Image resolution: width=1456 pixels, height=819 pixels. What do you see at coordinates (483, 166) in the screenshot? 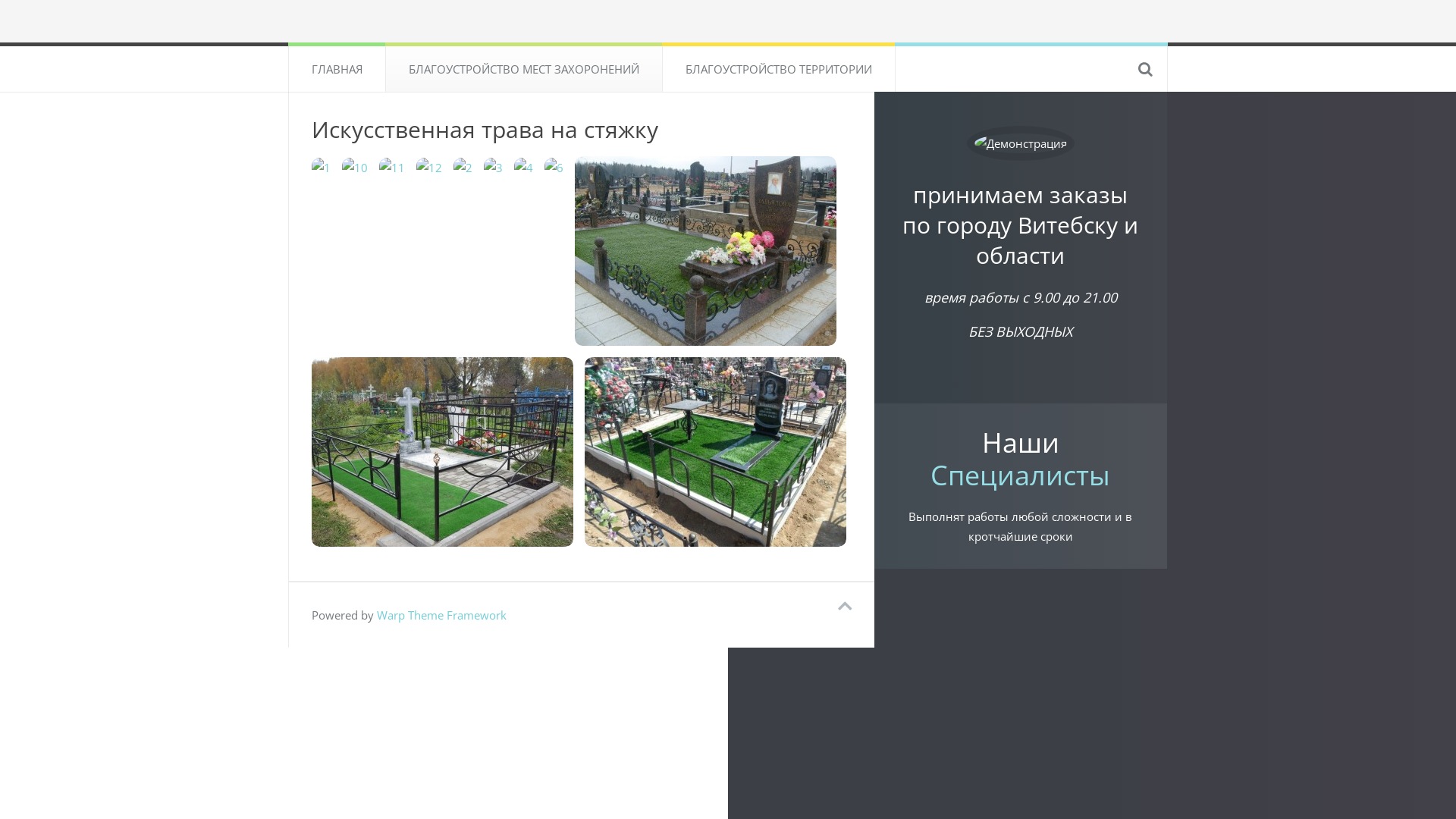
I see `'3'` at bounding box center [483, 166].